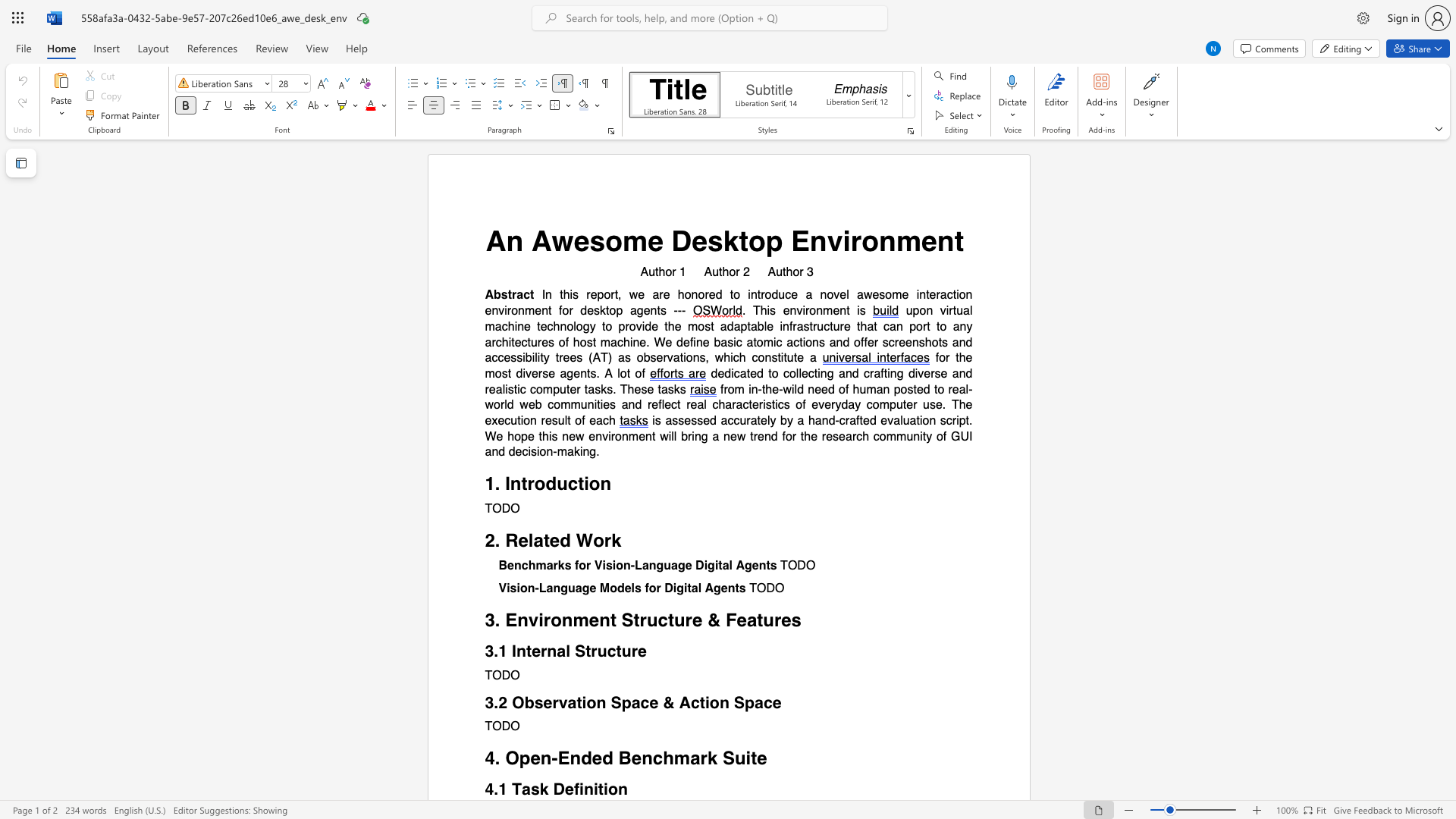 This screenshot has width=1456, height=819. I want to click on the subset text "nd for the research community of" within the text "will bring a new trend for the research community of GUI and decision-making.", so click(764, 436).